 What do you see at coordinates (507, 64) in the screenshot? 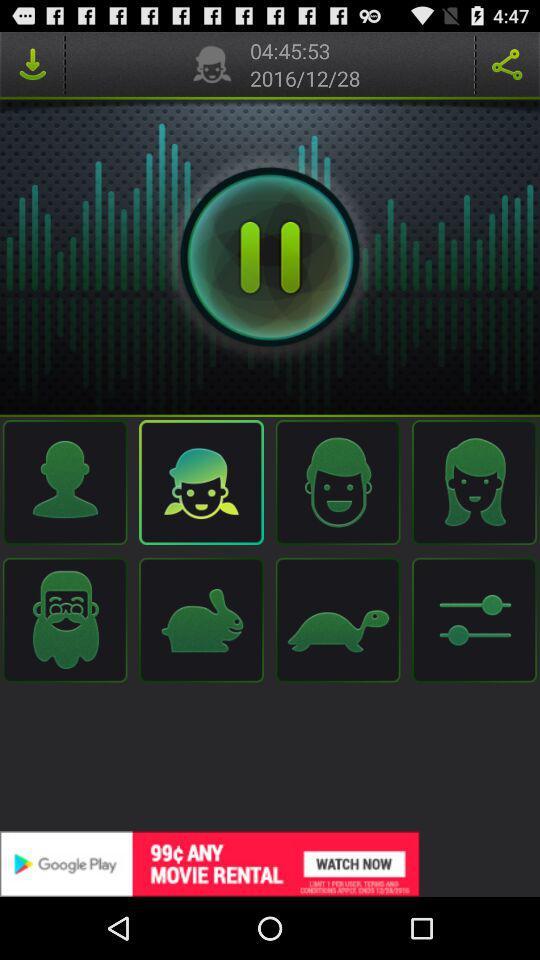
I see `it` at bounding box center [507, 64].